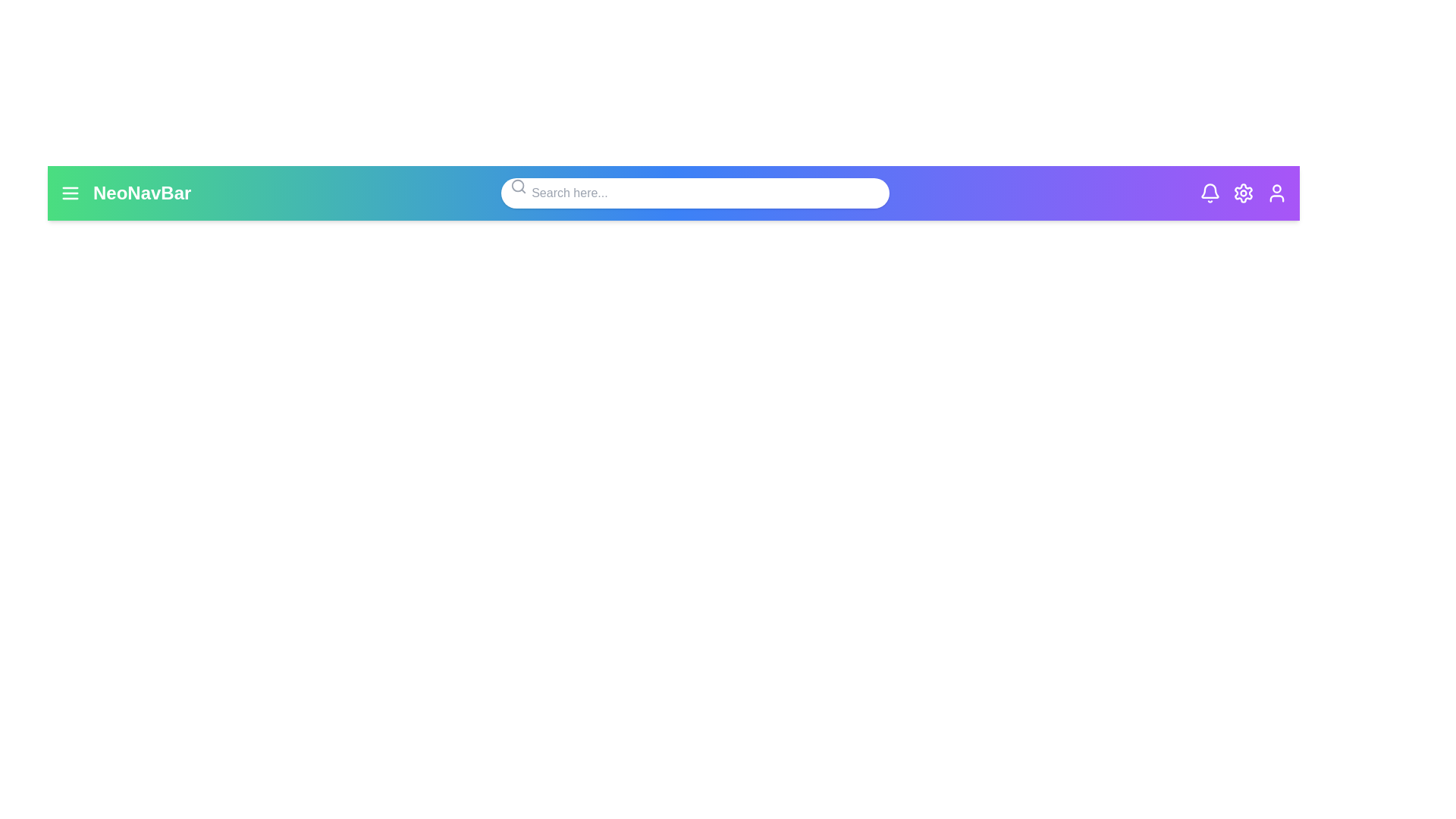 The height and width of the screenshot is (819, 1456). Describe the element at coordinates (1276, 192) in the screenshot. I see `the user icon to observe its hover effect` at that location.